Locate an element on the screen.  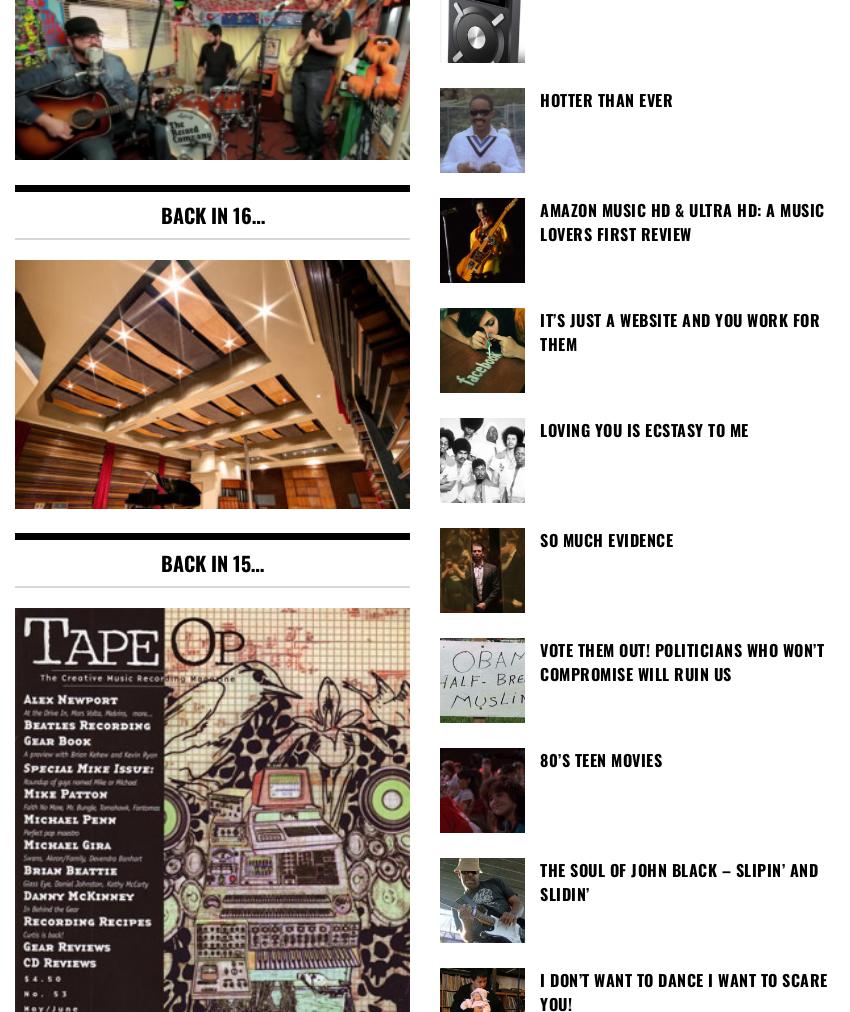
'Amazon Music HD & Ultra HD: A Music Lovers First Review' is located at coordinates (681, 221).